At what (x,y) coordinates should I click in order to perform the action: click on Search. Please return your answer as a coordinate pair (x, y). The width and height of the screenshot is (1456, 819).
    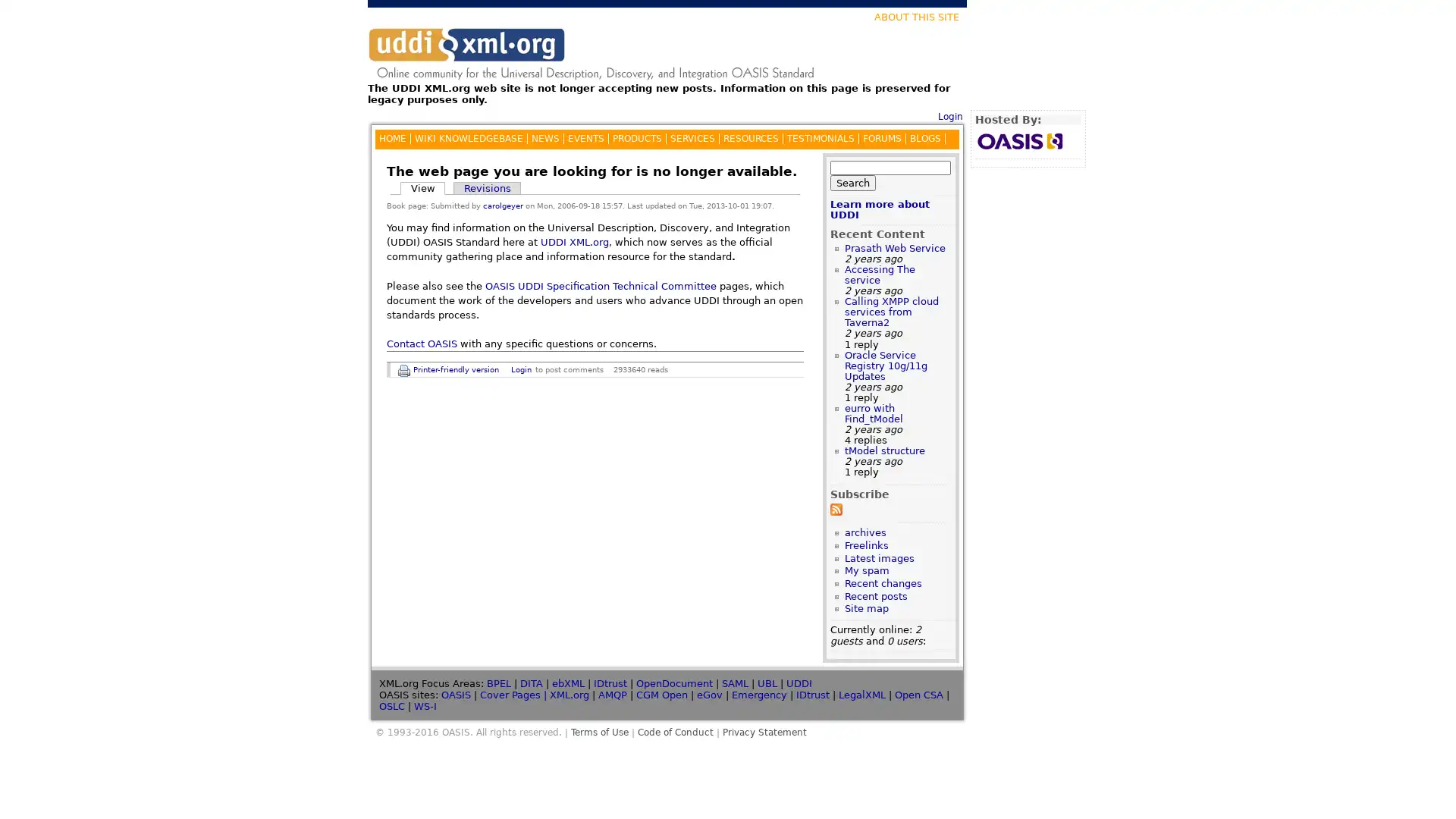
    Looking at the image, I should click on (852, 181).